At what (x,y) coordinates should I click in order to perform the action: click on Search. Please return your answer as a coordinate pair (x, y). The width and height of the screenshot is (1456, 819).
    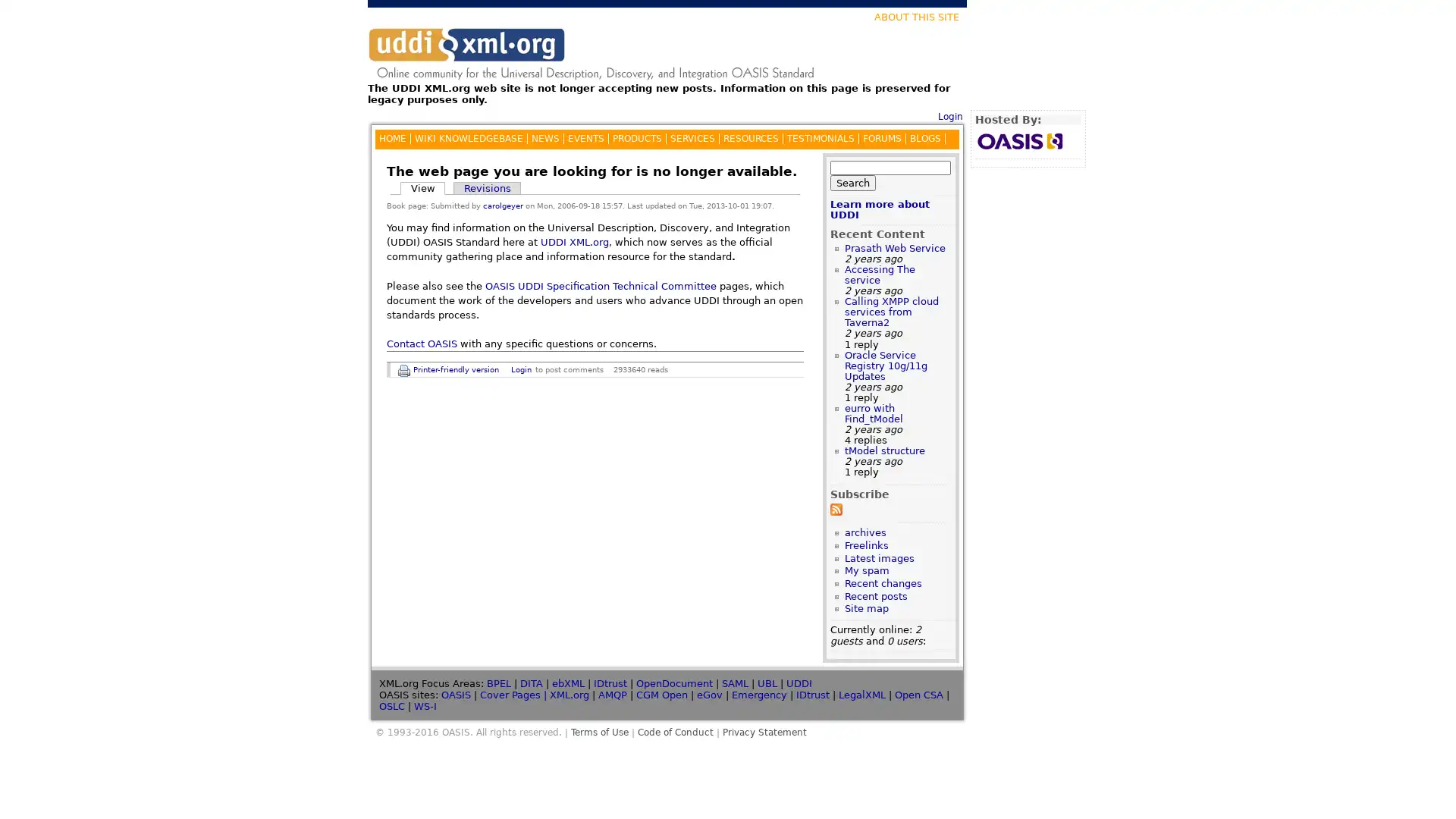
    Looking at the image, I should click on (852, 181).